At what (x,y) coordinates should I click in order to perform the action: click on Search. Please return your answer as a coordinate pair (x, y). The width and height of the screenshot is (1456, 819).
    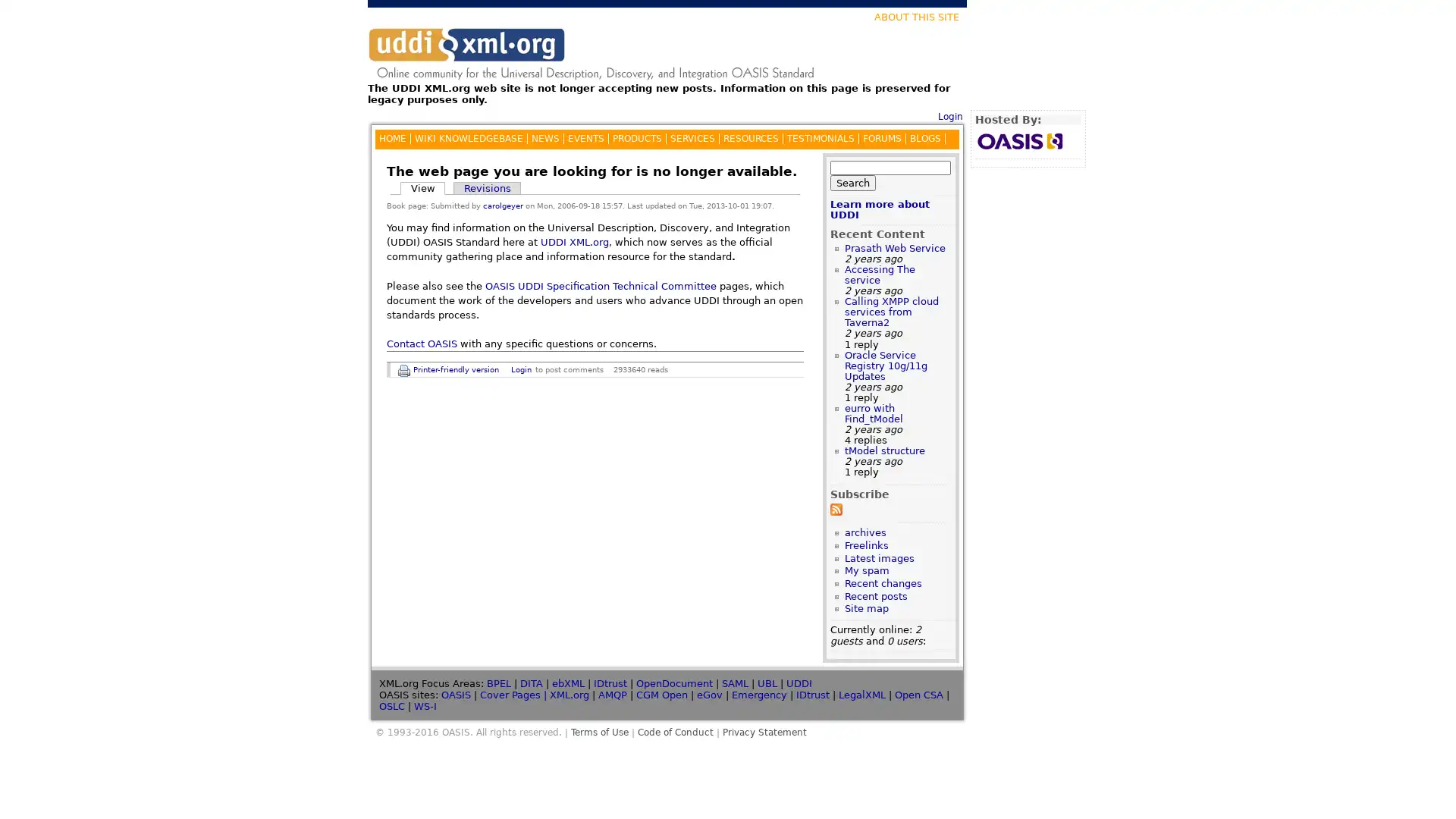
    Looking at the image, I should click on (852, 181).